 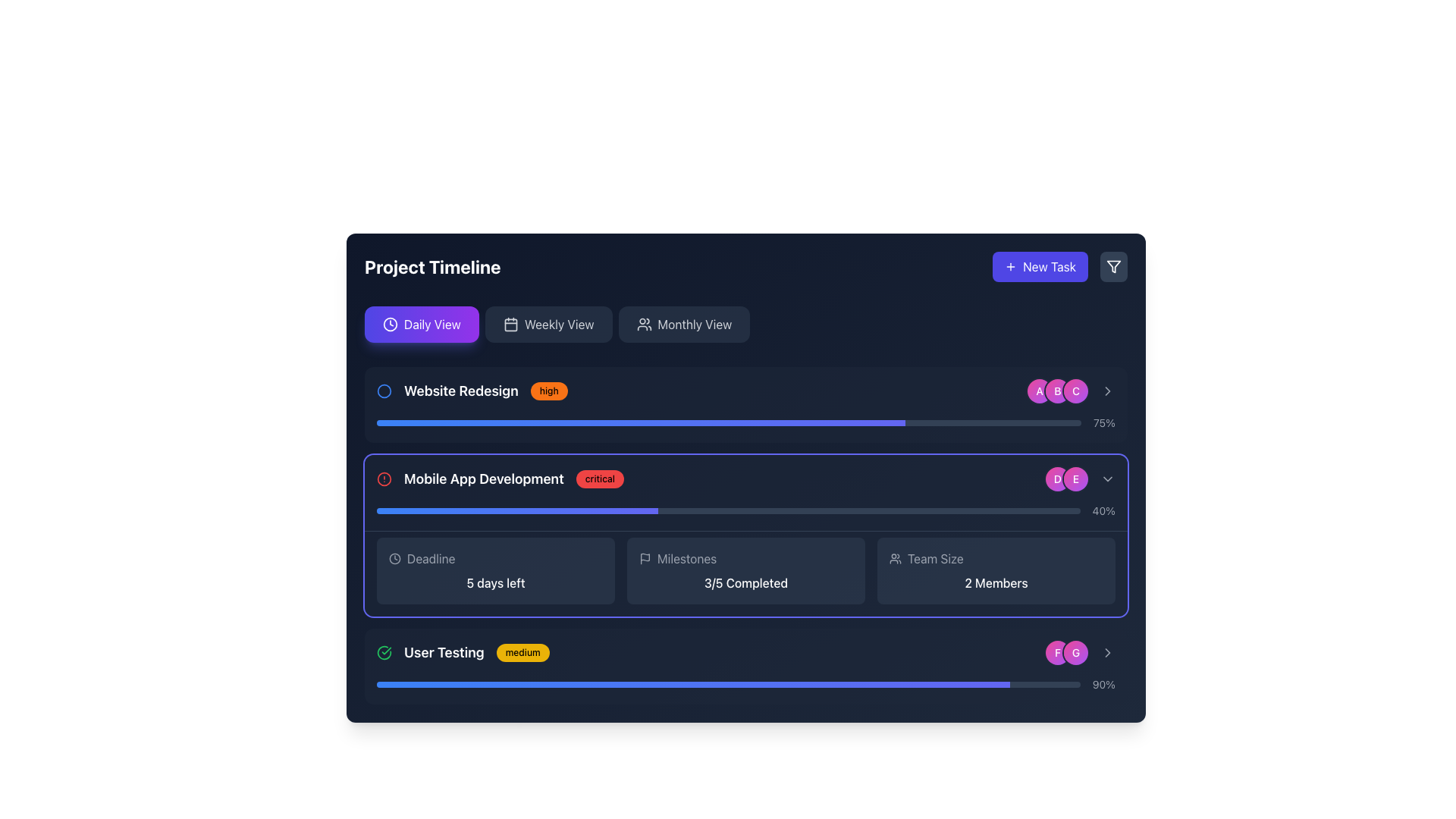 I want to click on the icon representing two interconnected user figures located at the top-left corner of the 'Team Size' card, so click(x=895, y=558).